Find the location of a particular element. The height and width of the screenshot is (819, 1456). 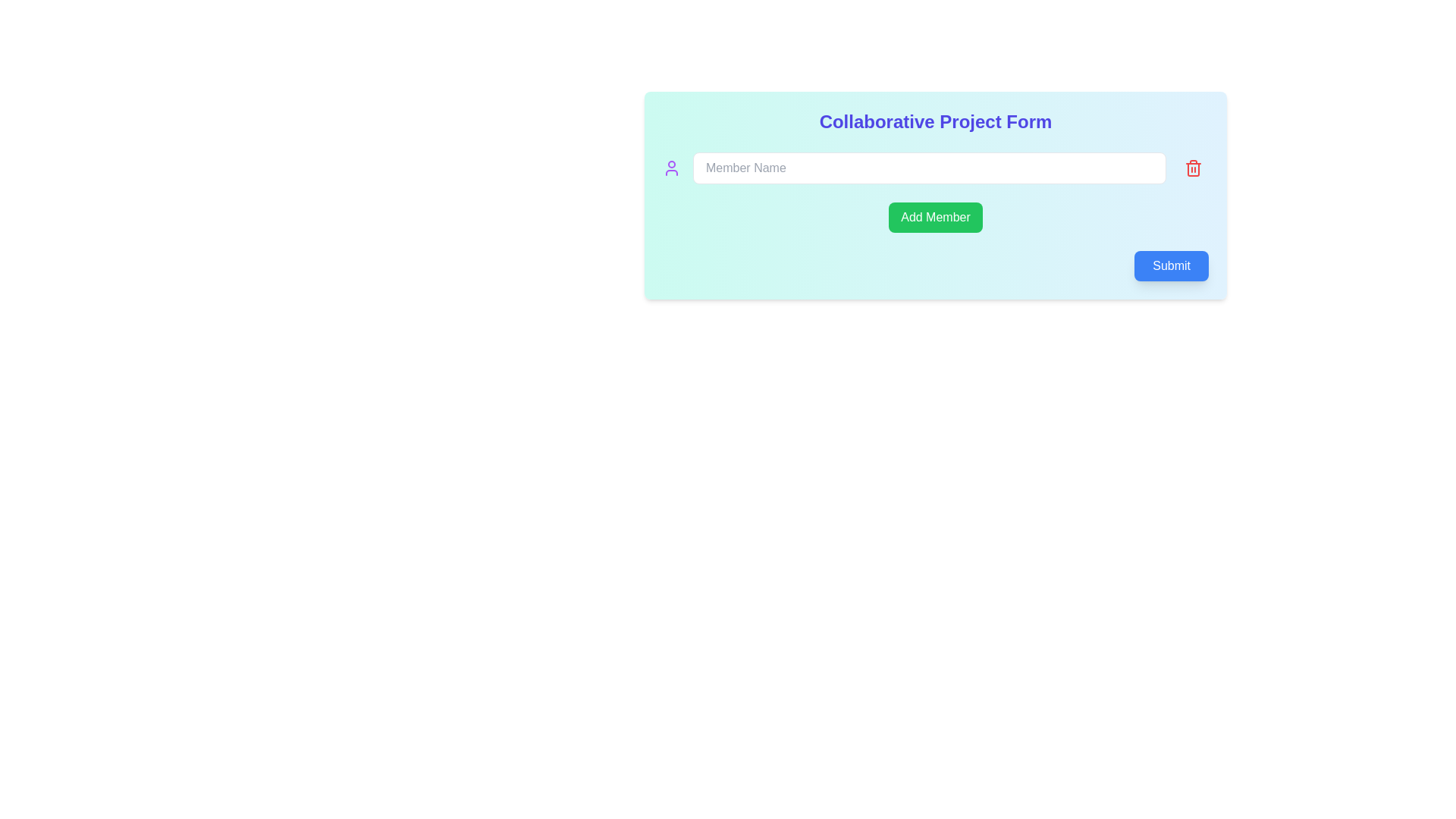

the 'Submit' button is located at coordinates (1171, 265).